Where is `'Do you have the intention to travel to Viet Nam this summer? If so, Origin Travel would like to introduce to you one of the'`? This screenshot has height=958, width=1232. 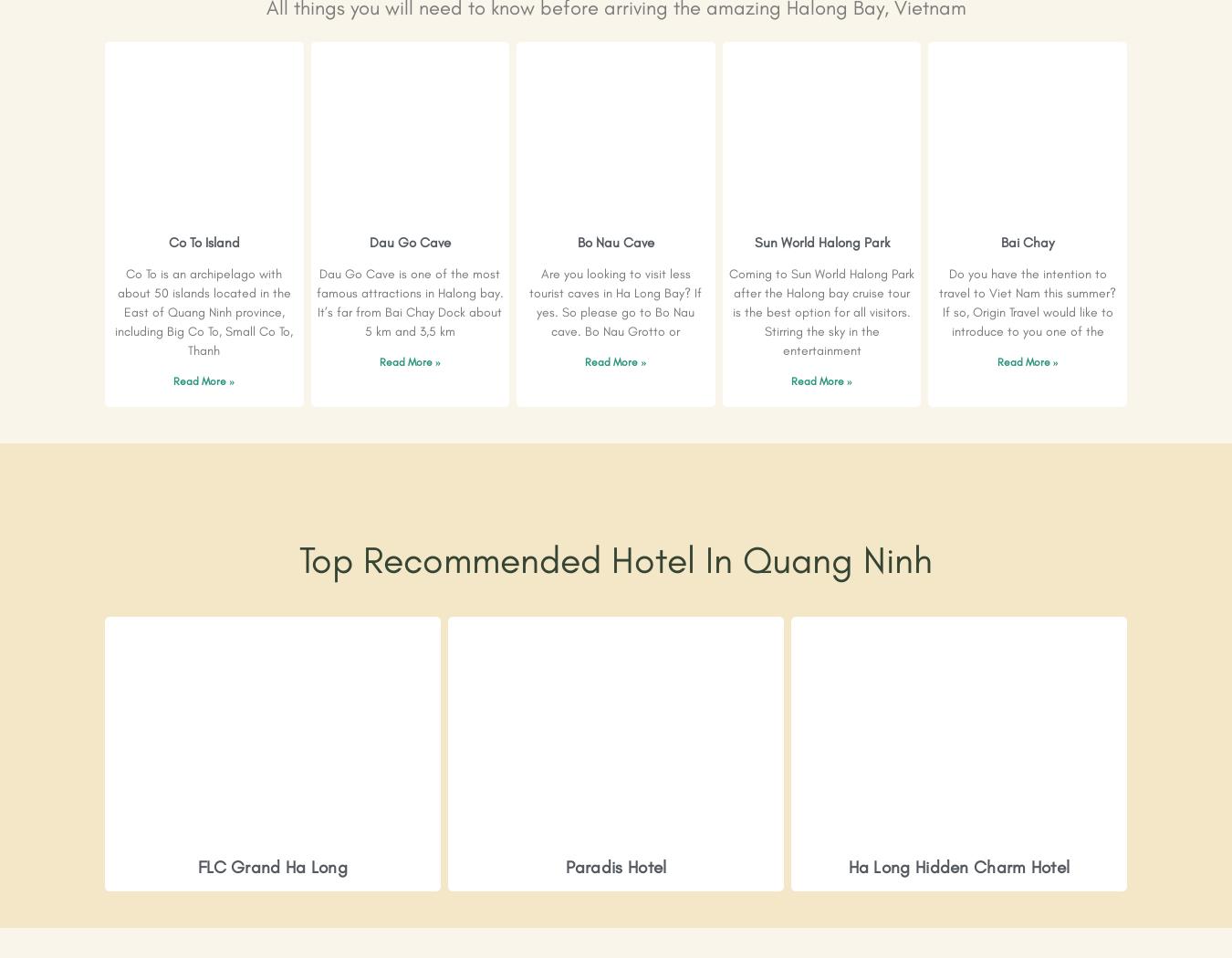 'Do you have the intention to travel to Viet Nam this summer? If so, Origin Travel would like to introduce to you one of the' is located at coordinates (1027, 301).